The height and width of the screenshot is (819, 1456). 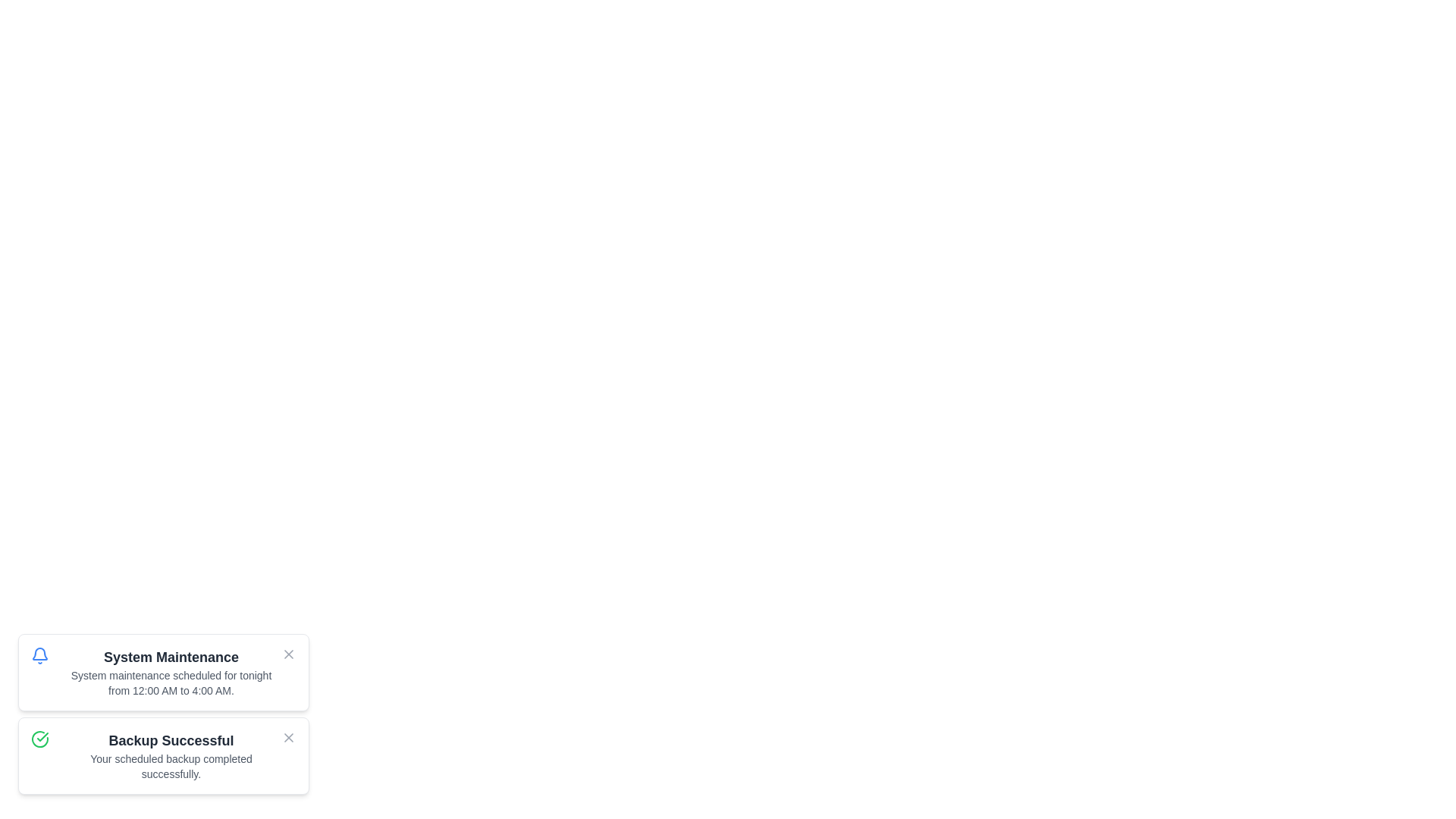 What do you see at coordinates (39, 654) in the screenshot?
I see `the blue bell icon in the notification box titled 'System Maintenance'` at bounding box center [39, 654].